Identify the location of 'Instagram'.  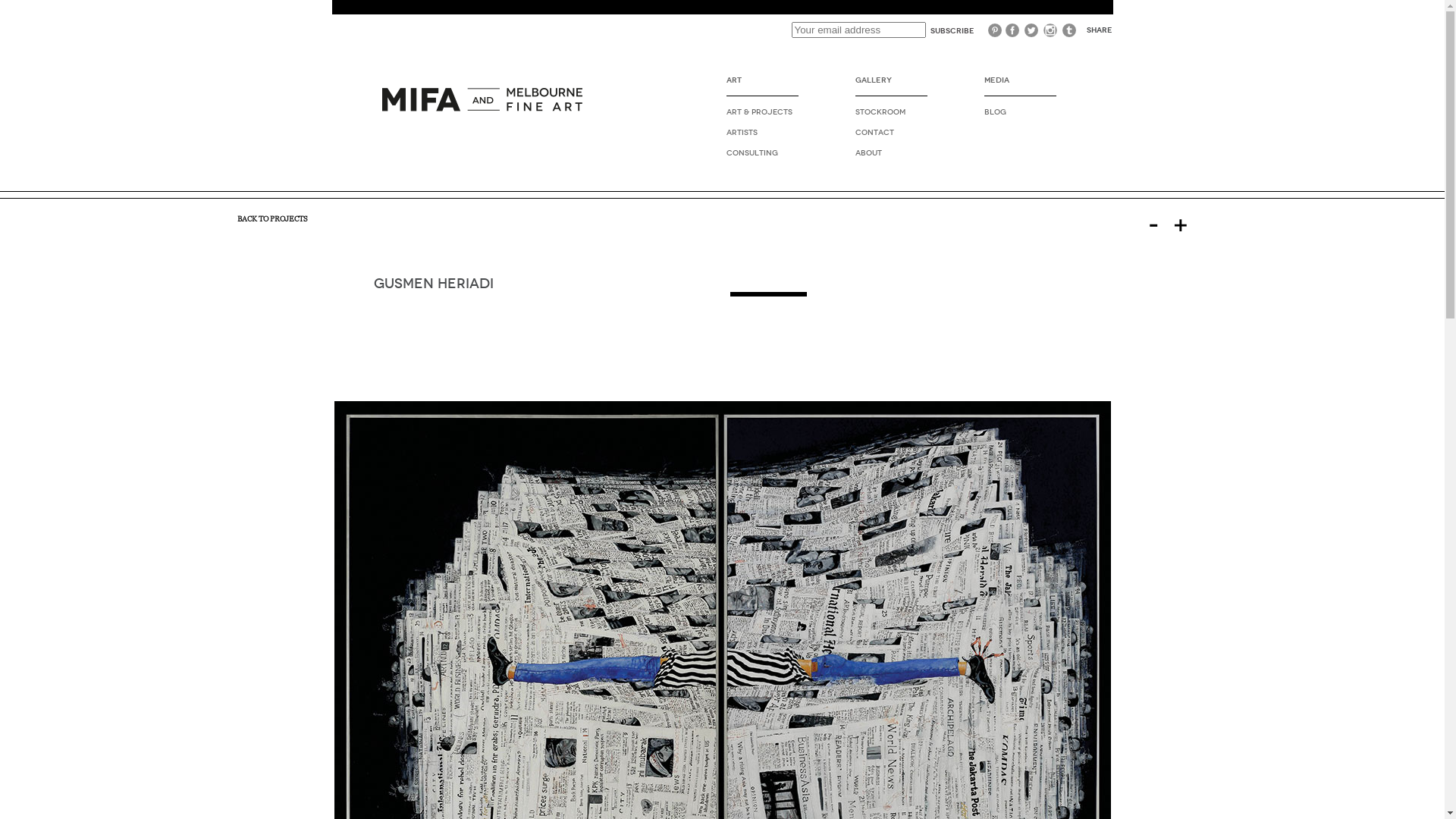
(1043, 30).